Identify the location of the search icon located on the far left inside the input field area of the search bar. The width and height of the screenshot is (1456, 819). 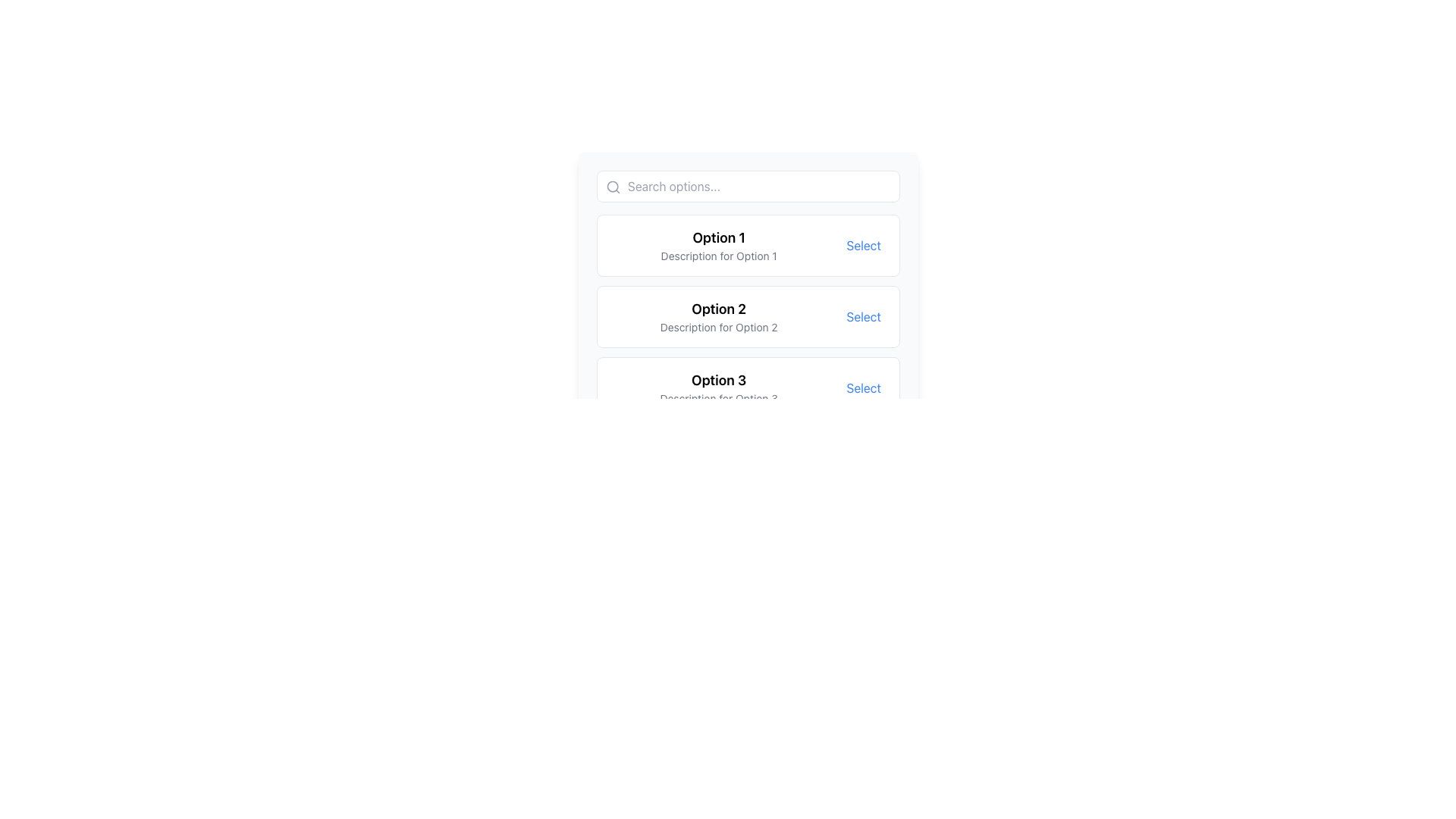
(613, 186).